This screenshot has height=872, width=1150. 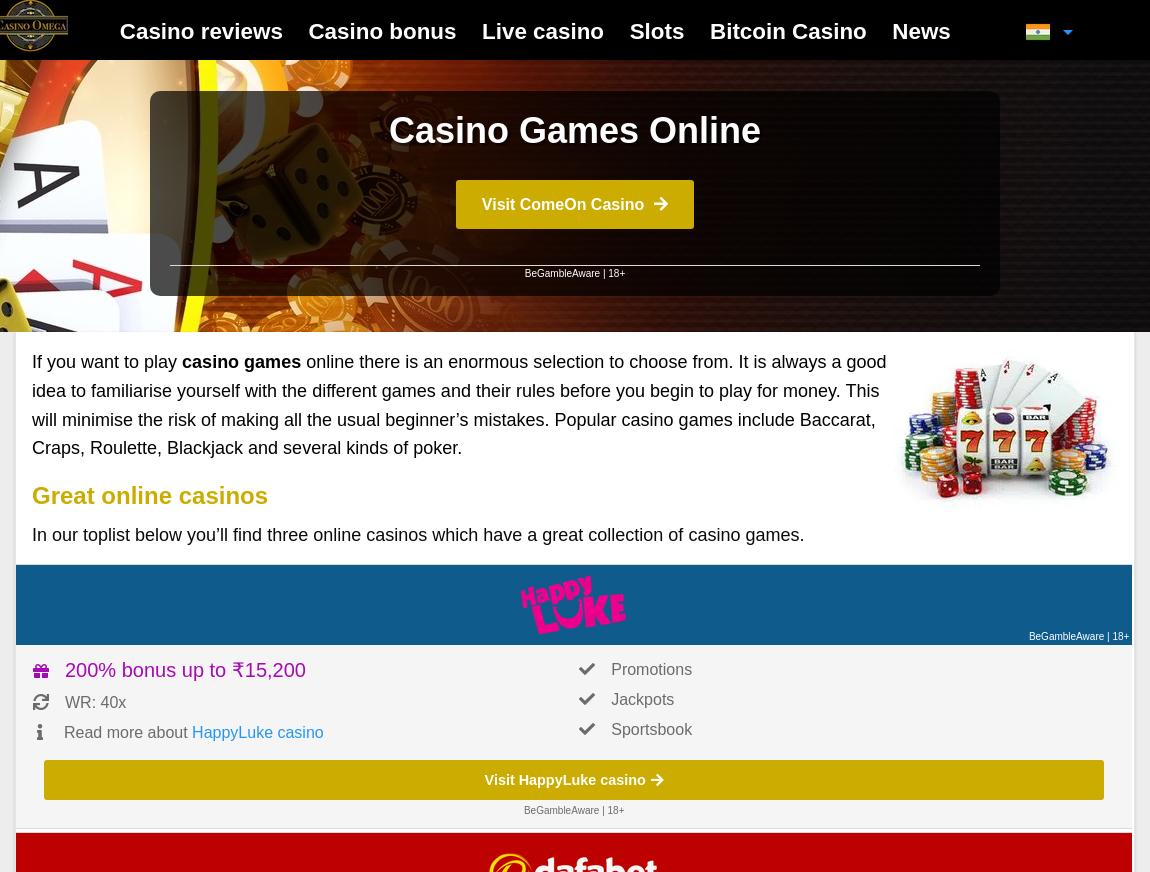 I want to click on '200% bonus up to ₹15,200', so click(x=184, y=667).